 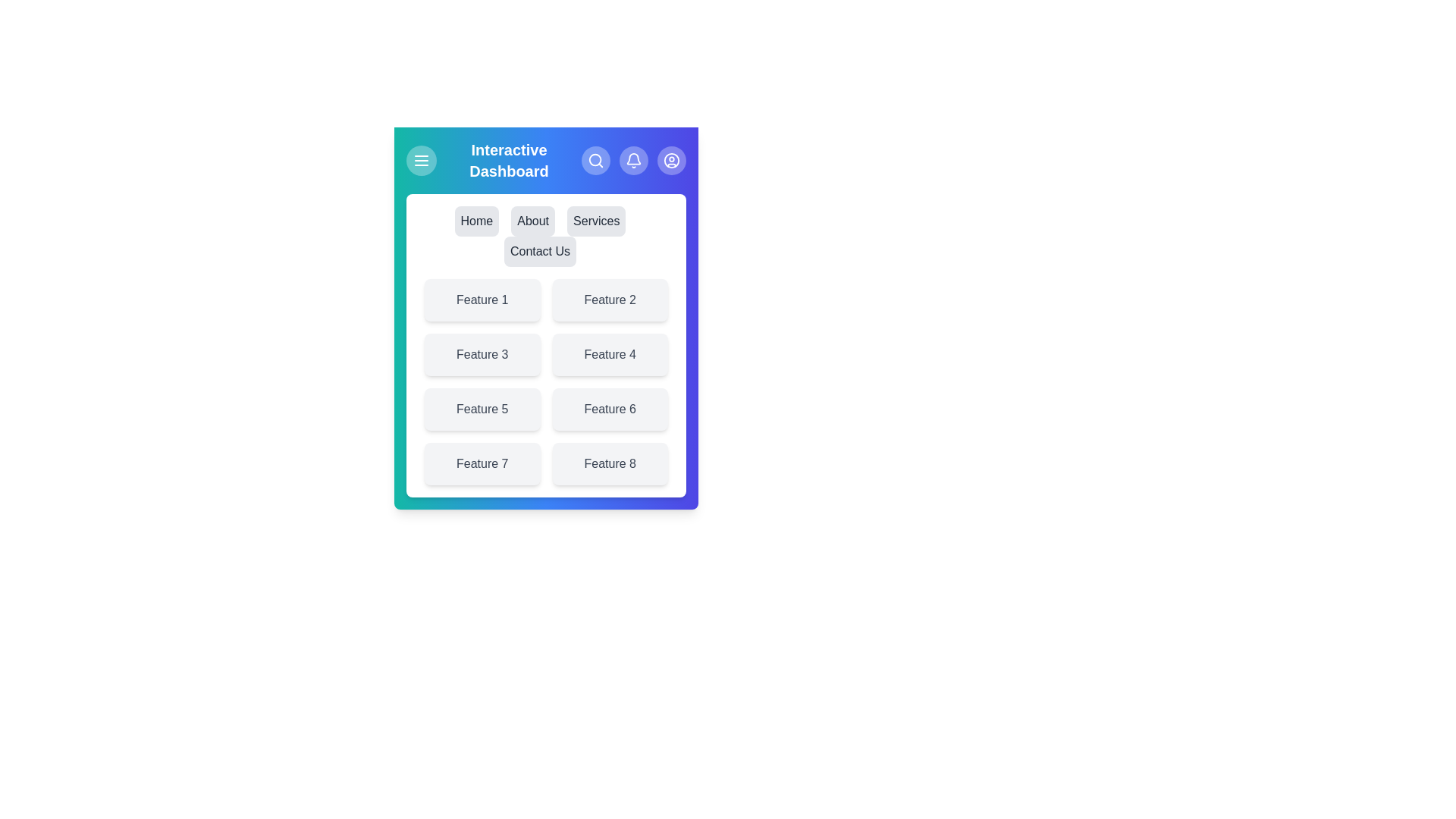 I want to click on the menu item labeled Home to navigate to the respective page, so click(x=475, y=221).